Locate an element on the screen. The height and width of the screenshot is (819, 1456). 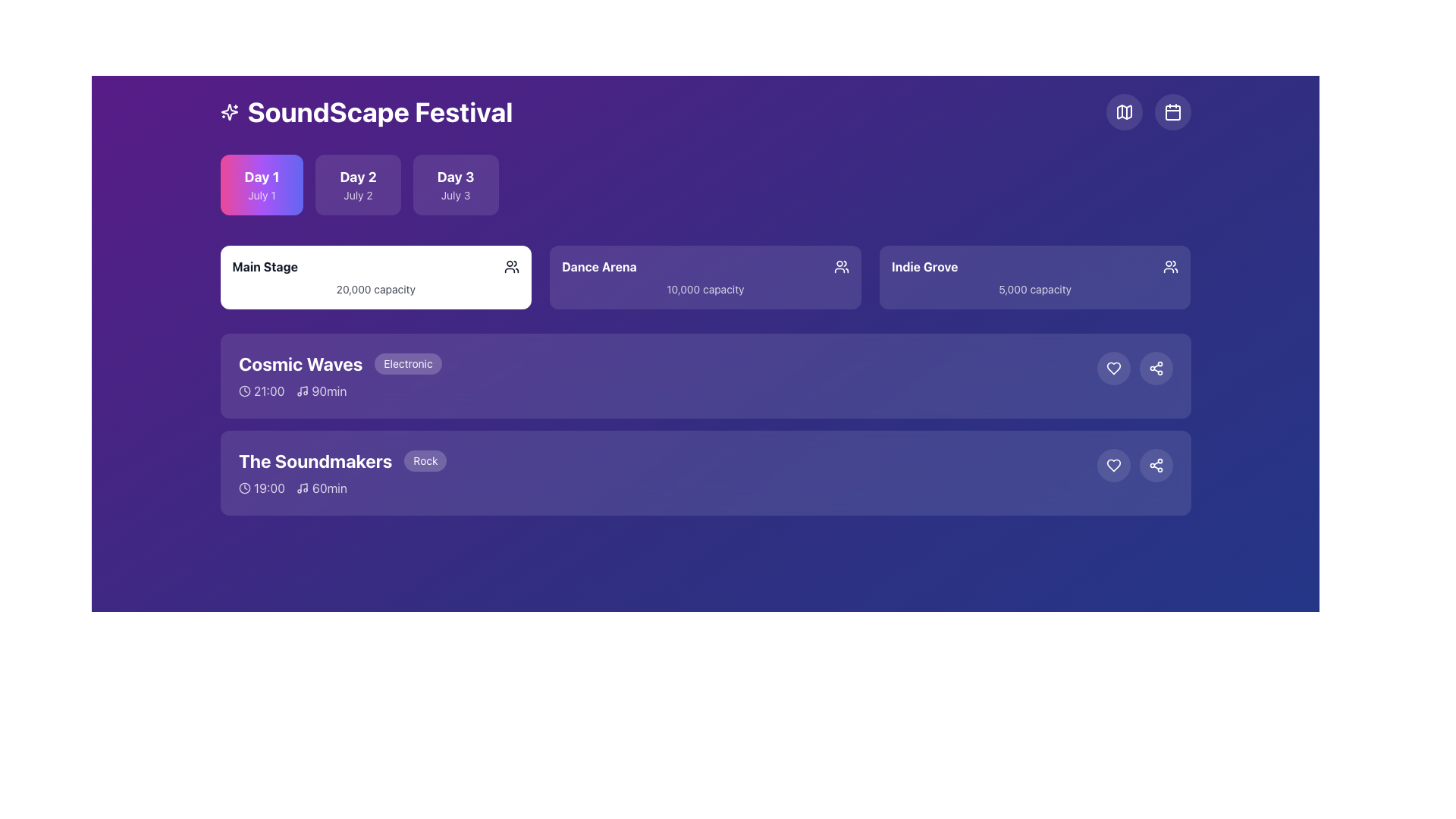
the musical performance icon located to the left of the text '90min' in the row for the event 'Cosmic Waves' is located at coordinates (302, 391).